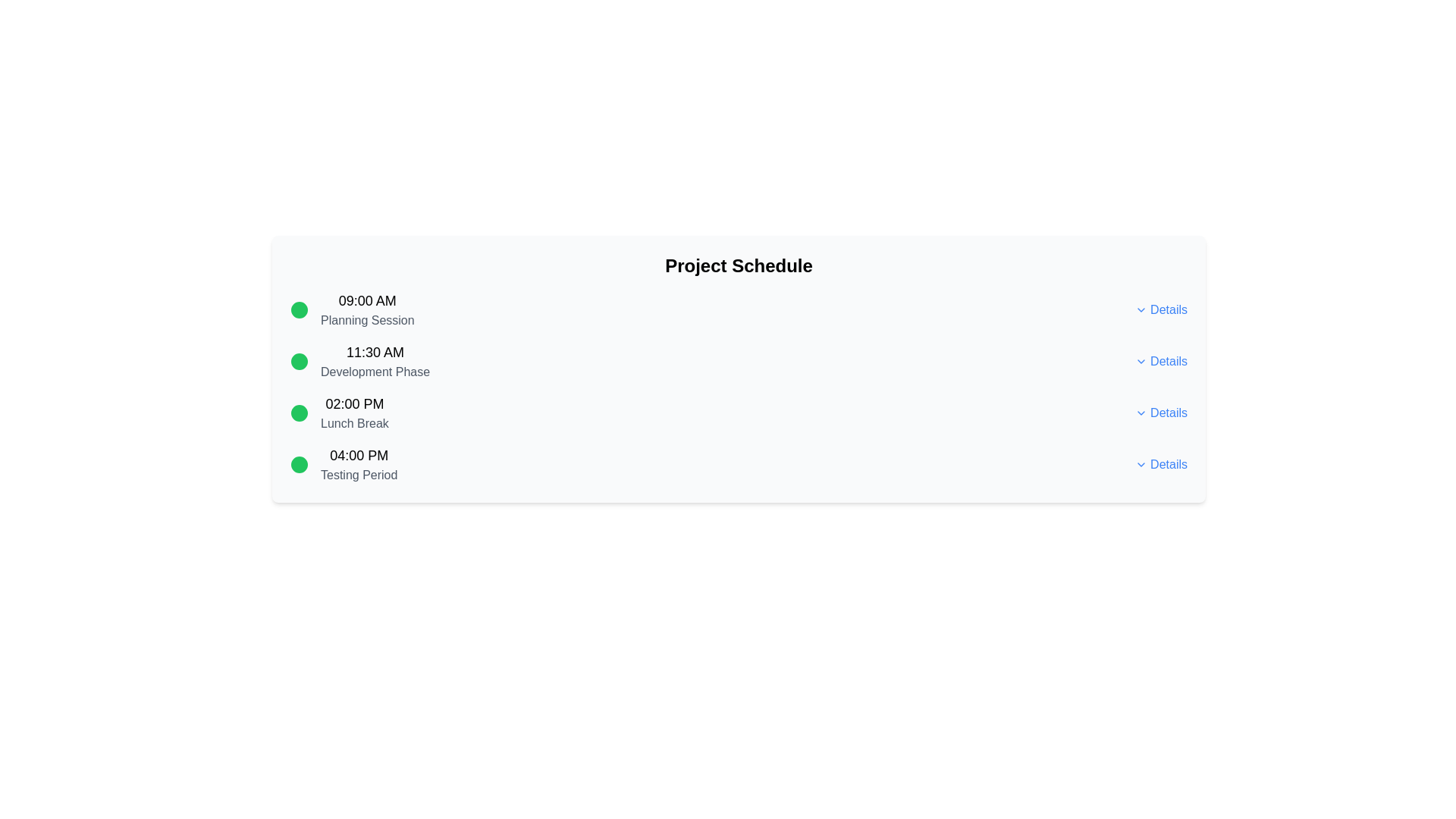 The image size is (1456, 819). Describe the element at coordinates (367, 301) in the screenshot. I see `the time indicator text label for the 'Planning Session'` at that location.